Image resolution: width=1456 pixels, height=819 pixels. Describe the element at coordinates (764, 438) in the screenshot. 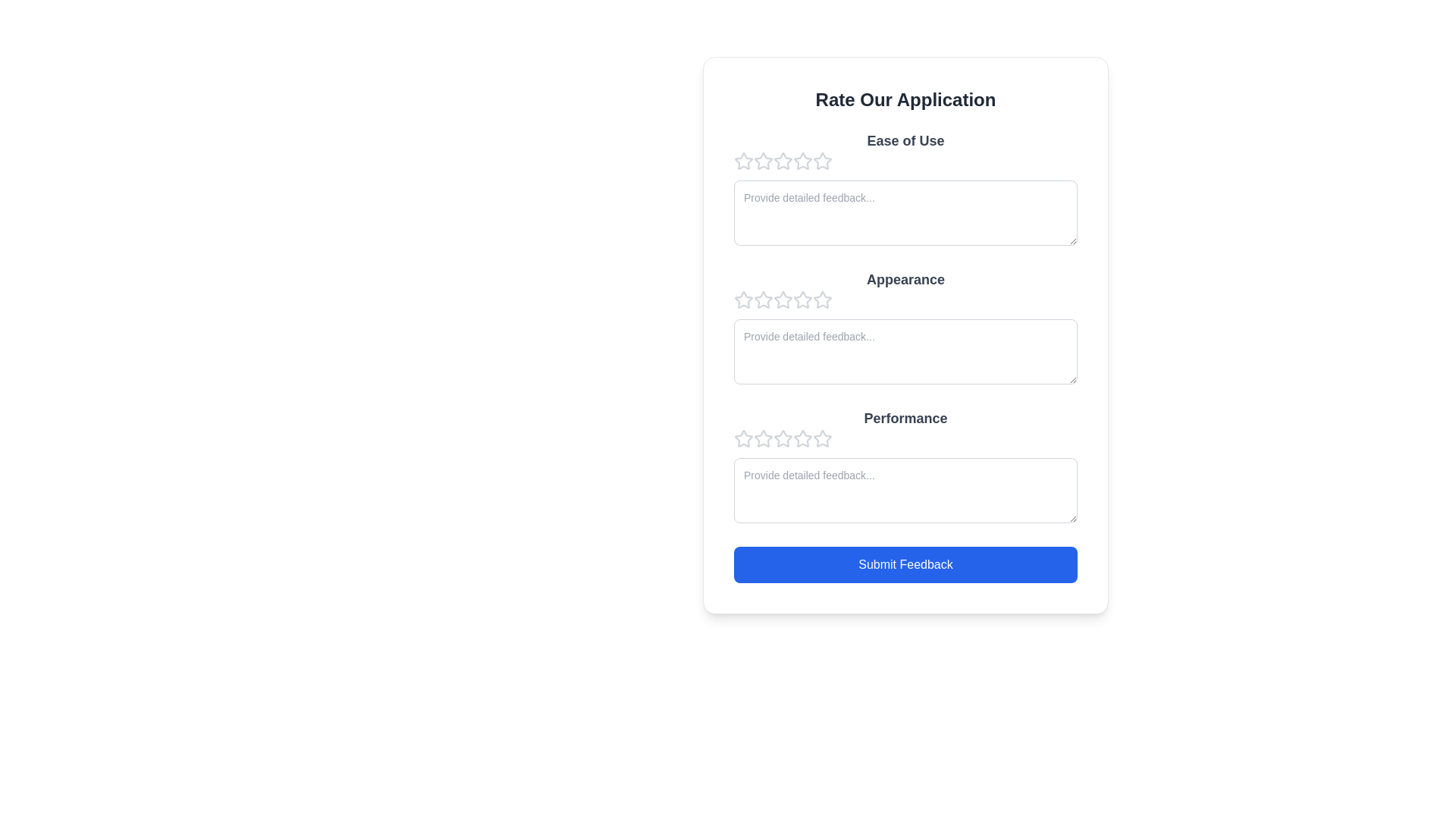

I see `the second star icon in the 'Performance' section` at that location.